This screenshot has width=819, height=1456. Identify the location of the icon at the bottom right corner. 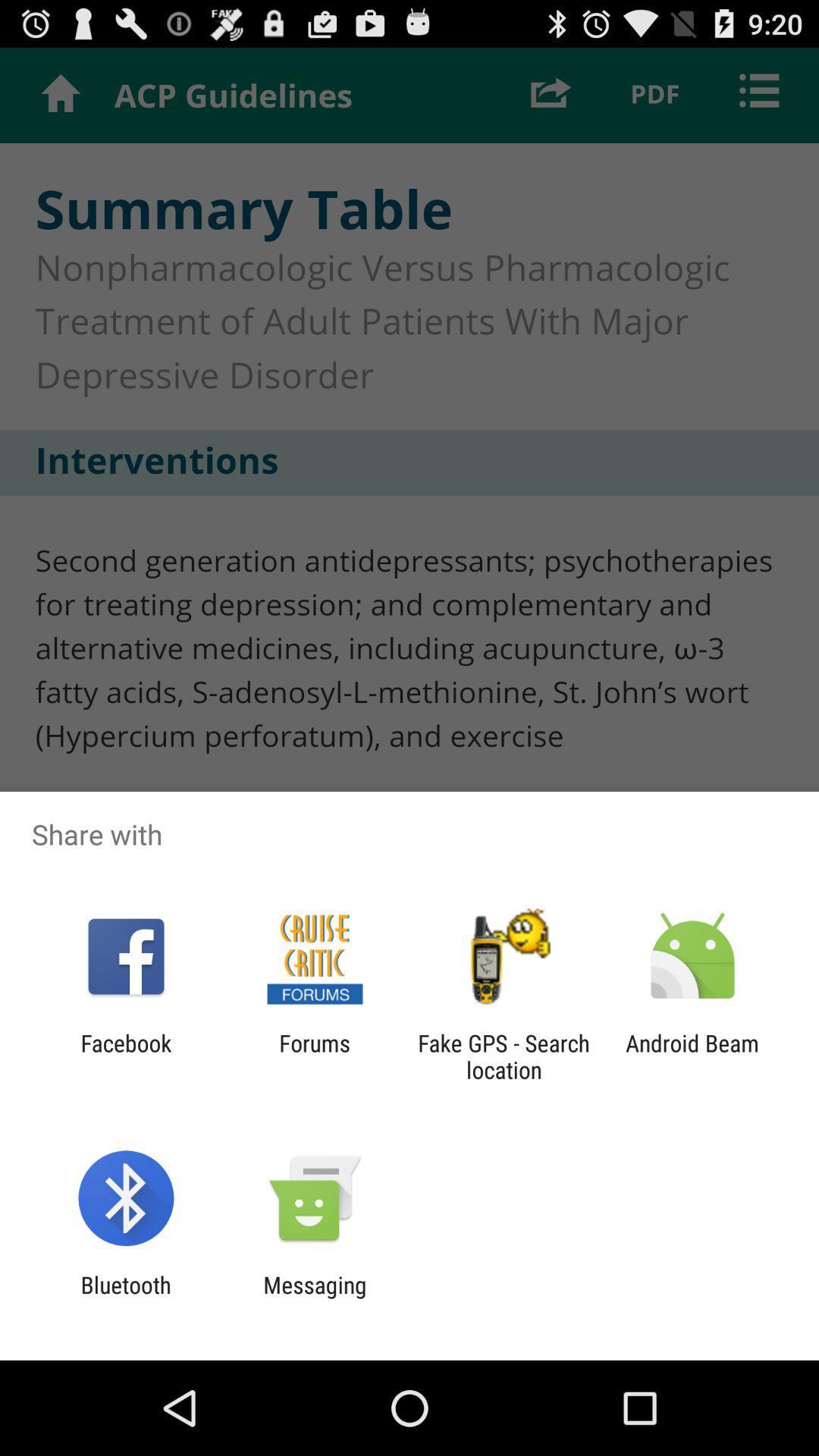
(692, 1056).